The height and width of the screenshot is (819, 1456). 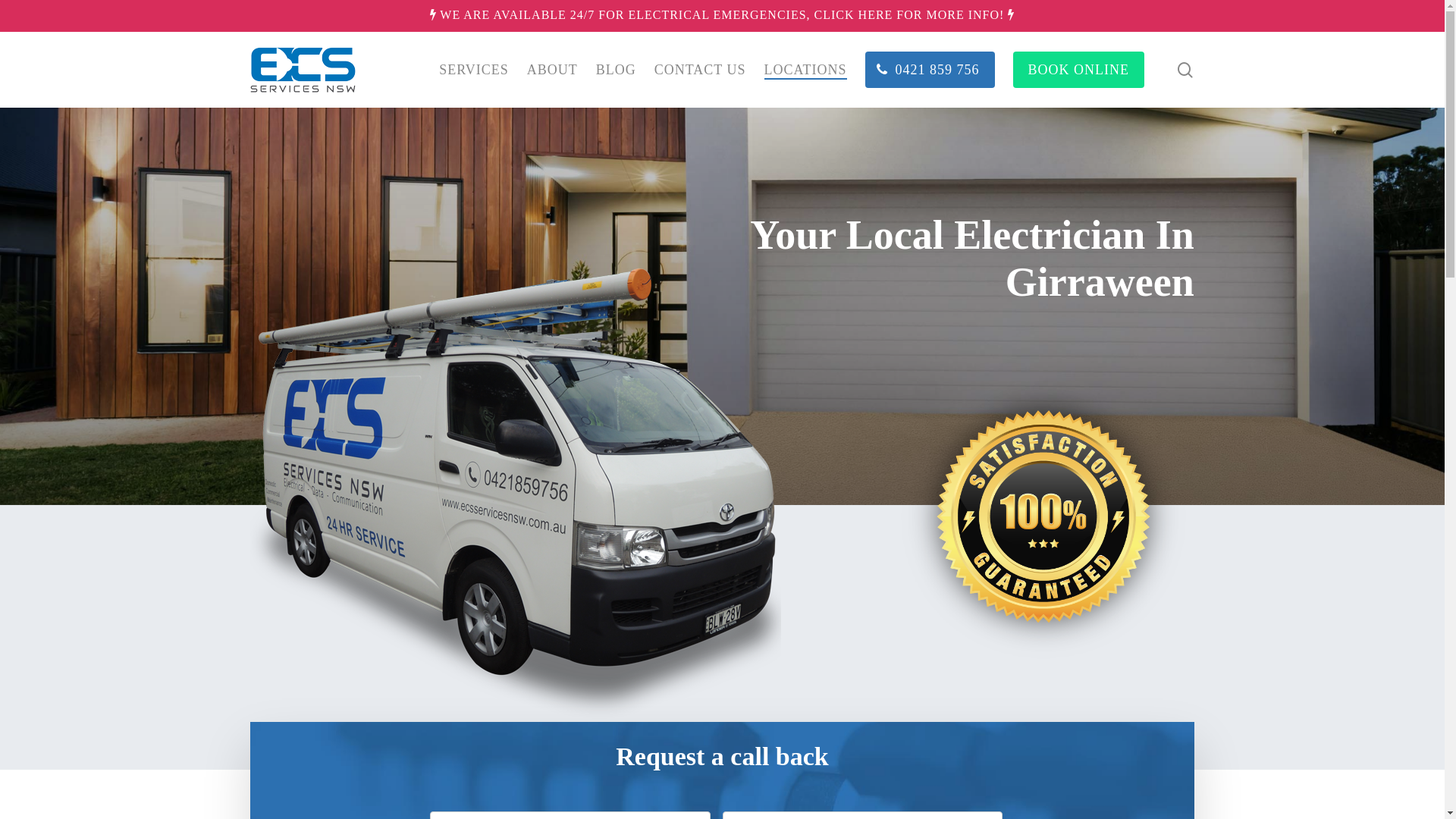 What do you see at coordinates (865, 70) in the screenshot?
I see `'0421 859 756'` at bounding box center [865, 70].